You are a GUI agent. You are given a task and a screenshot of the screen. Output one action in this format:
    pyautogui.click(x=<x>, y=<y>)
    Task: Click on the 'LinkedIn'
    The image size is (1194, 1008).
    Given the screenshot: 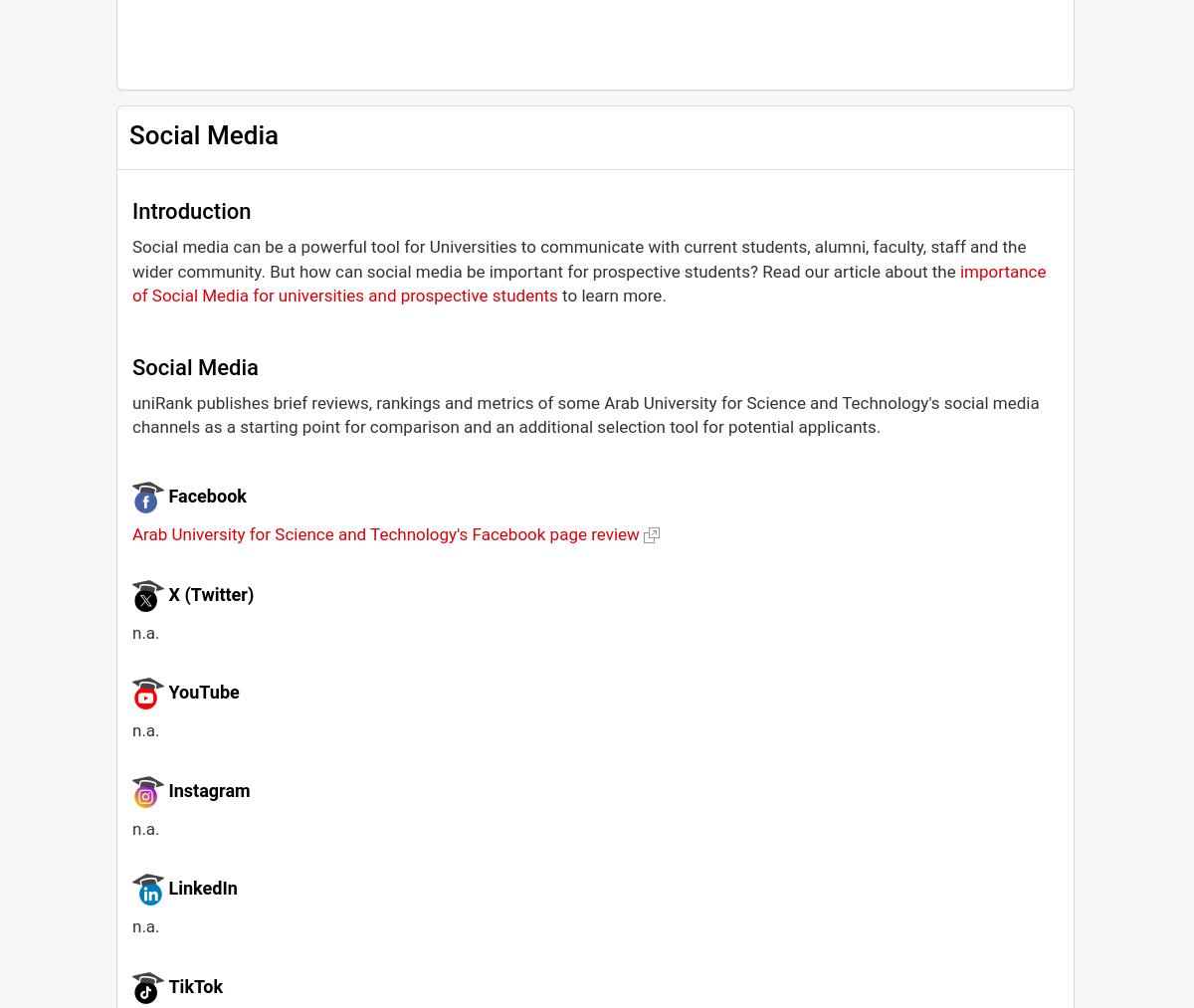 What is the action you would take?
    pyautogui.click(x=201, y=887)
    